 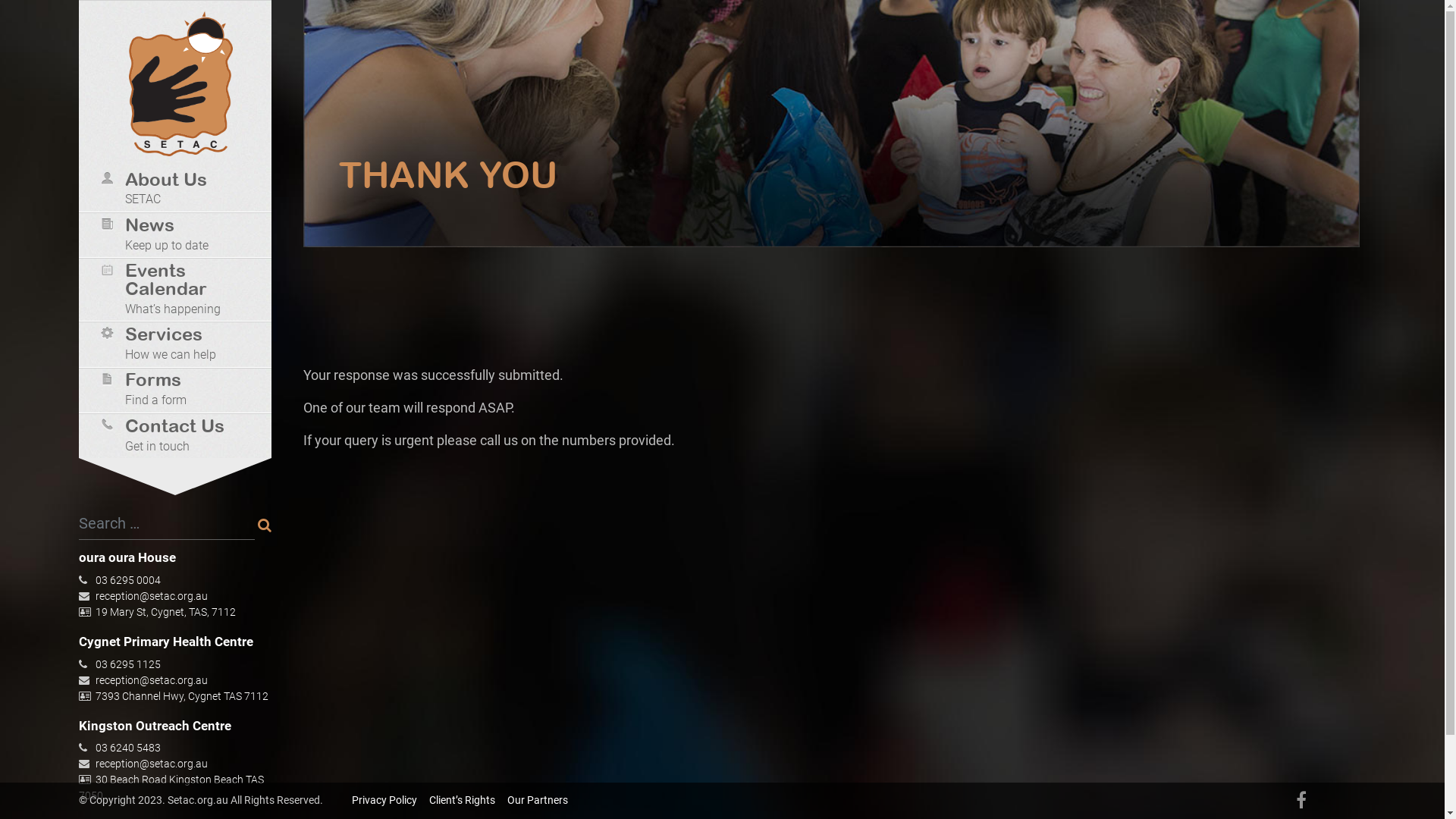 What do you see at coordinates (127, 579) in the screenshot?
I see `'03 6295 0004'` at bounding box center [127, 579].